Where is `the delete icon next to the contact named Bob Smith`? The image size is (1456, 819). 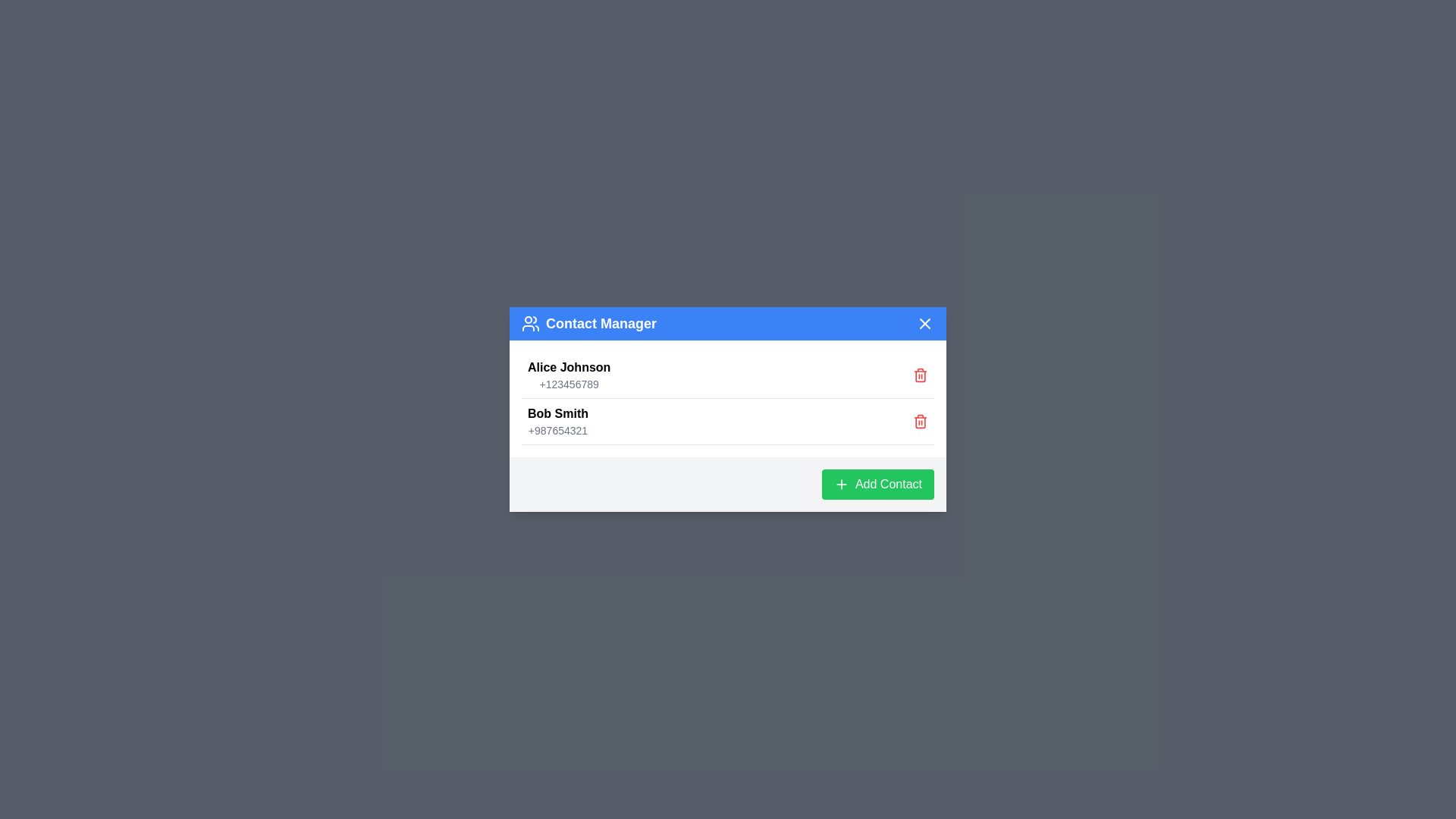
the delete icon next to the contact named Bob Smith is located at coordinates (920, 421).